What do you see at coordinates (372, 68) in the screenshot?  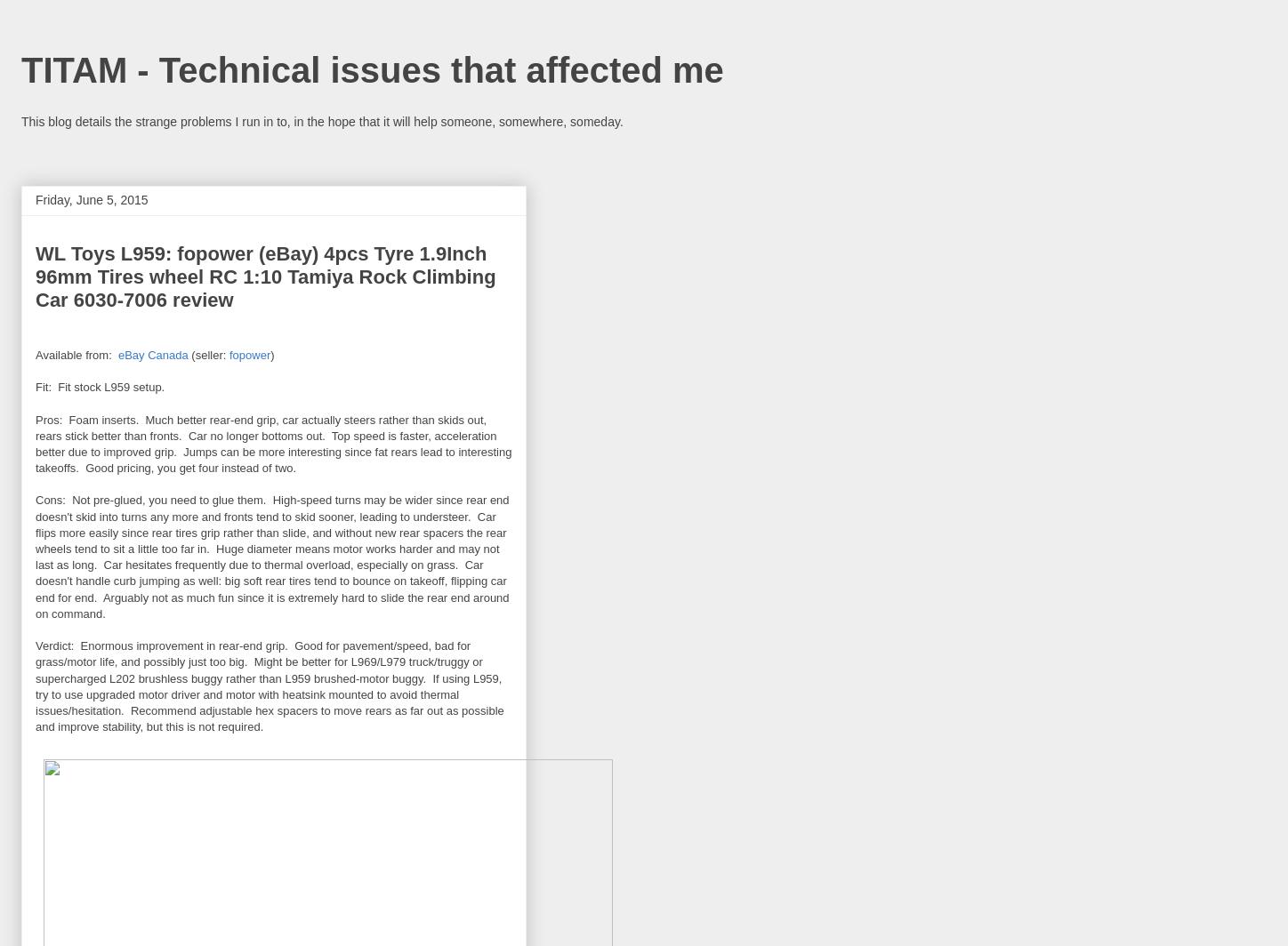 I see `'TITAM - Technical issues that affected me'` at bounding box center [372, 68].